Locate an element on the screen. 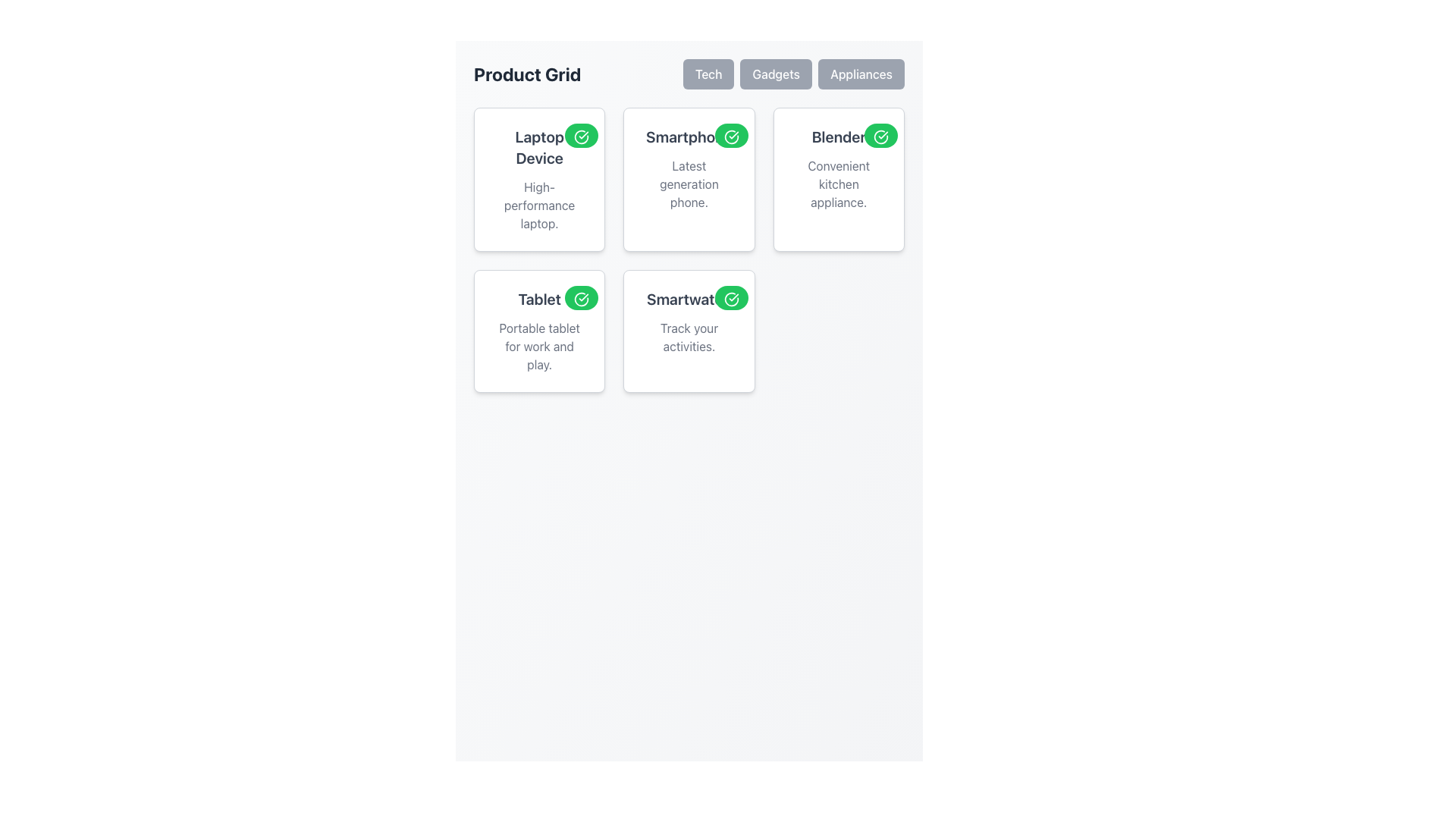  the green button with a white text and a checkmark icon located at the top-right corner of the 'Smartphone' card is located at coordinates (731, 134).